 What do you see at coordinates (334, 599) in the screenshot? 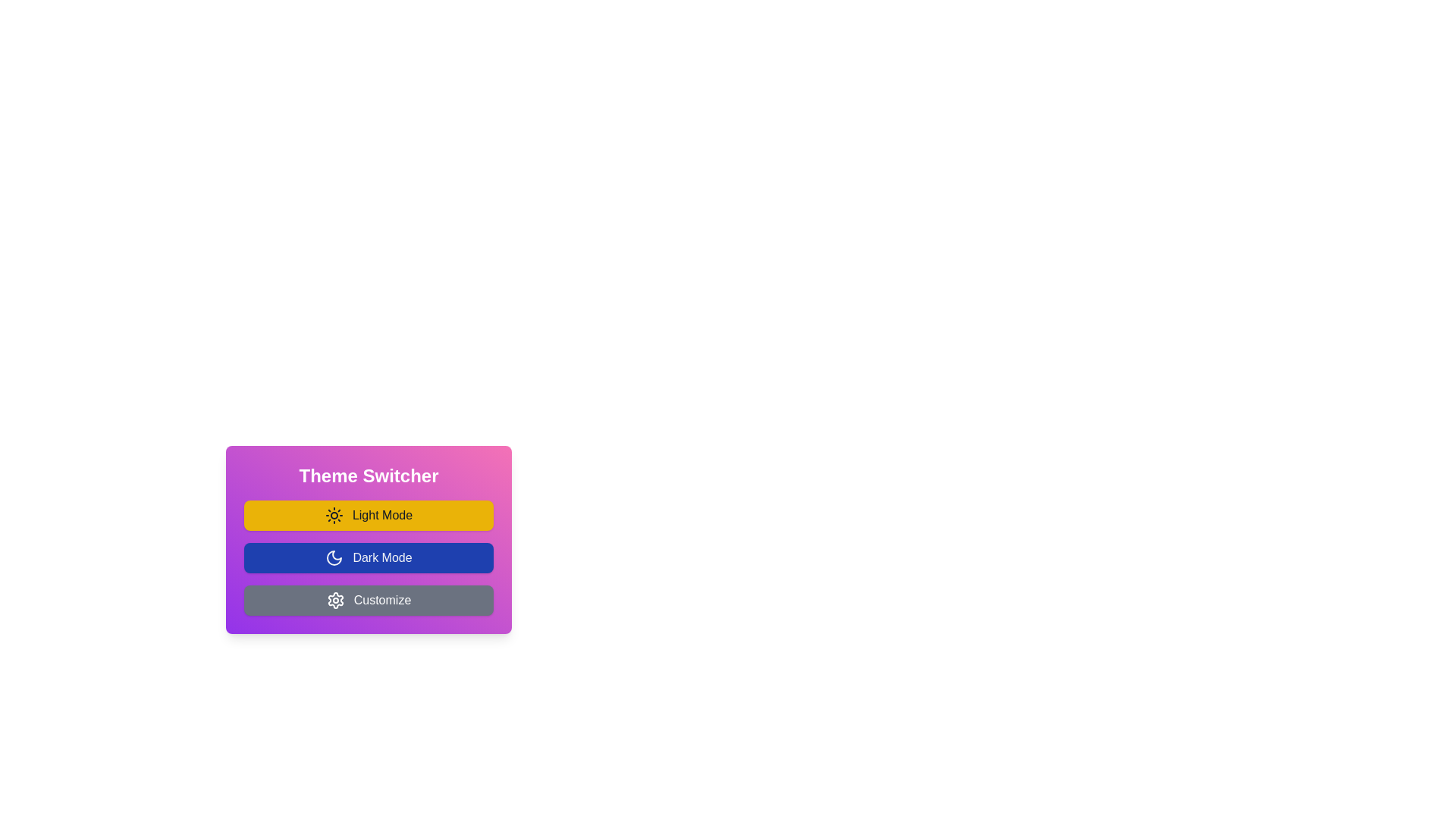
I see `the gear-like settings icon located to the left of the 'Customize' text` at bounding box center [334, 599].